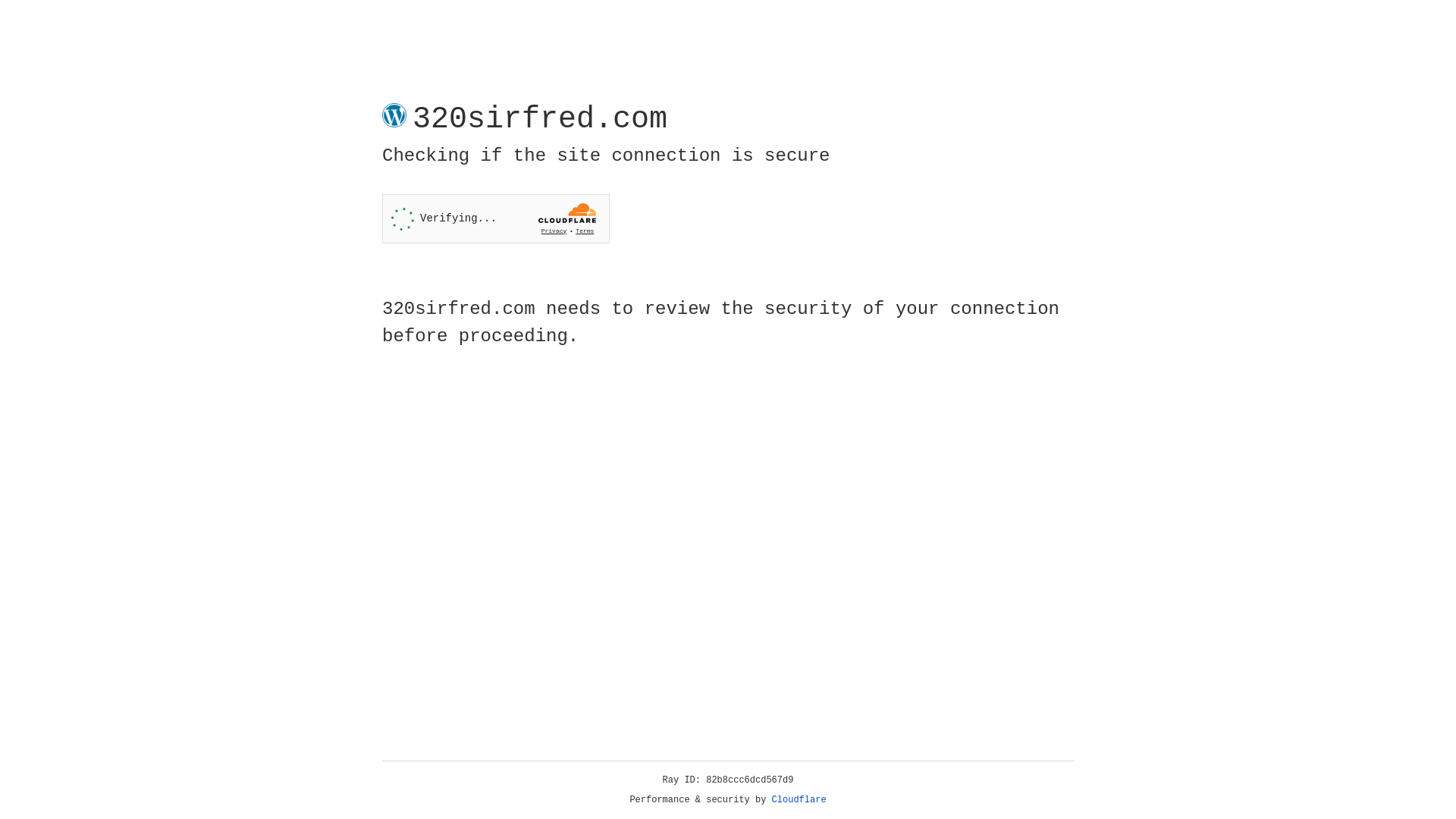 Image resolution: width=1456 pixels, height=819 pixels. Describe the element at coordinates (799, 799) in the screenshot. I see `'Cloudflare'` at that location.